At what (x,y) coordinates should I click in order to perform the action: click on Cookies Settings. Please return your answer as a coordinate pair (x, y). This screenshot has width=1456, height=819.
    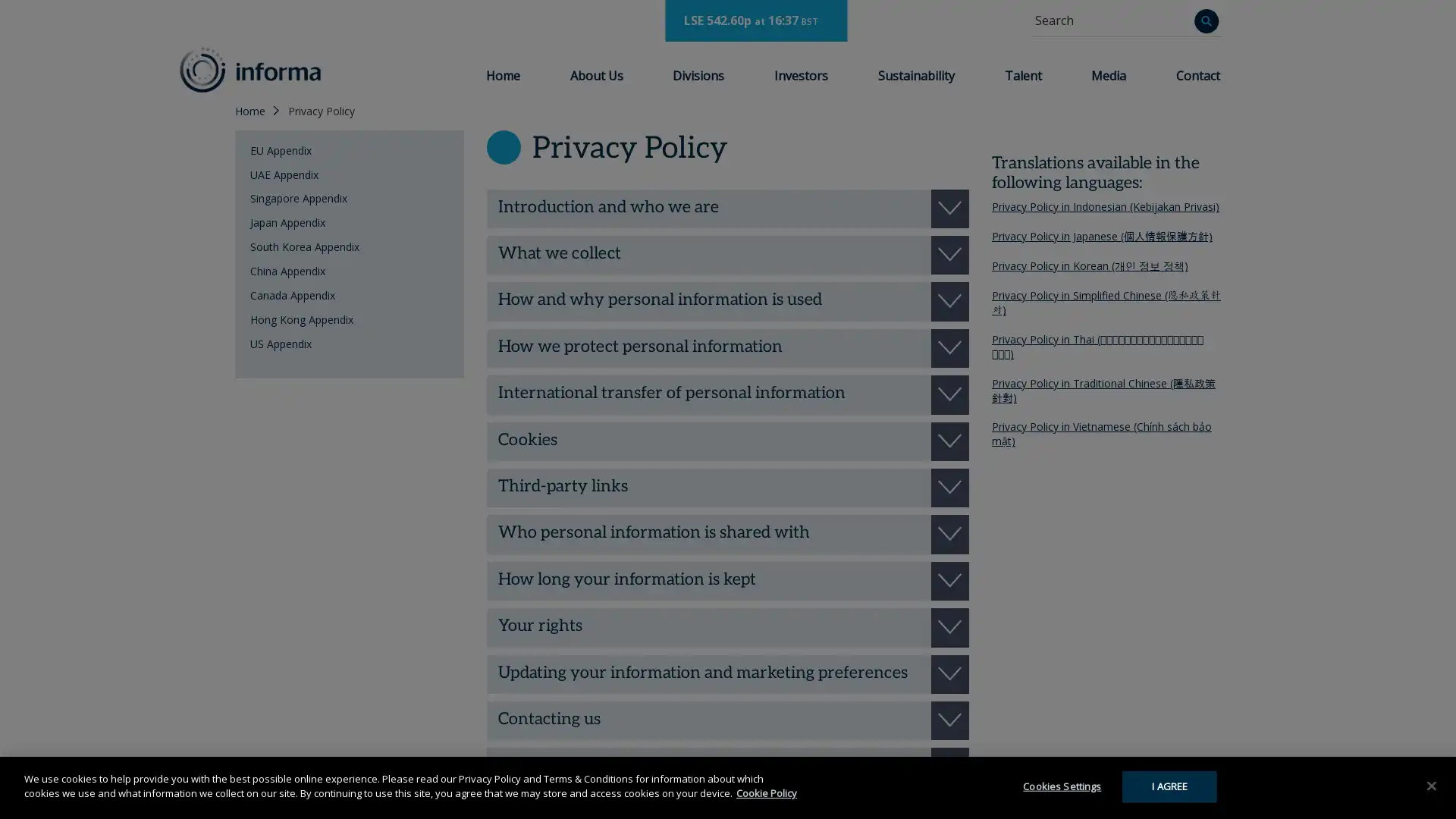
    Looking at the image, I should click on (1061, 786).